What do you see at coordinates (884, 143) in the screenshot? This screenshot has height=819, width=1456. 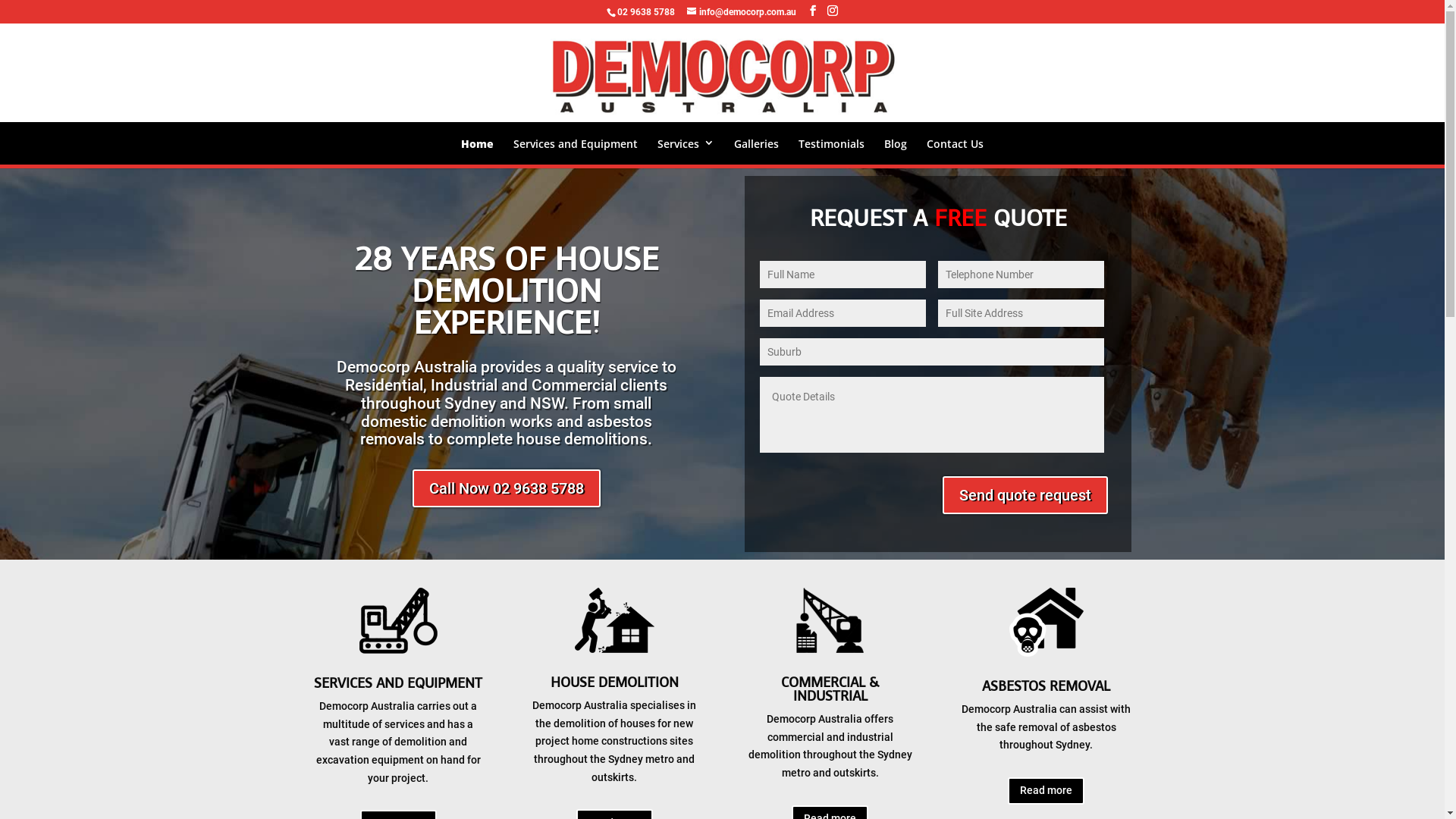 I see `'Blog'` at bounding box center [884, 143].